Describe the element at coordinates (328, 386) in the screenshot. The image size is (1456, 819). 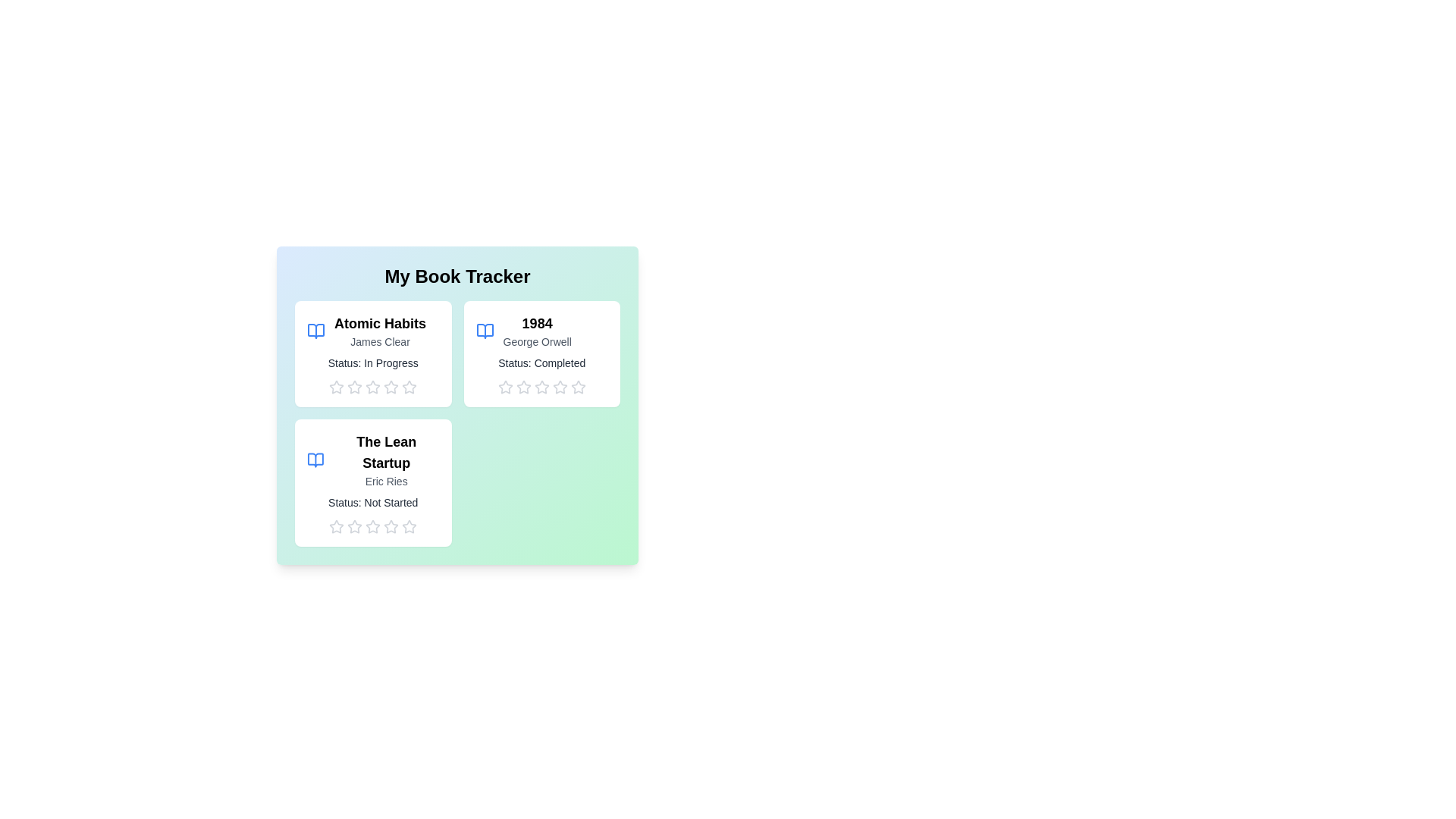
I see `the rating for a book to 1 stars` at that location.